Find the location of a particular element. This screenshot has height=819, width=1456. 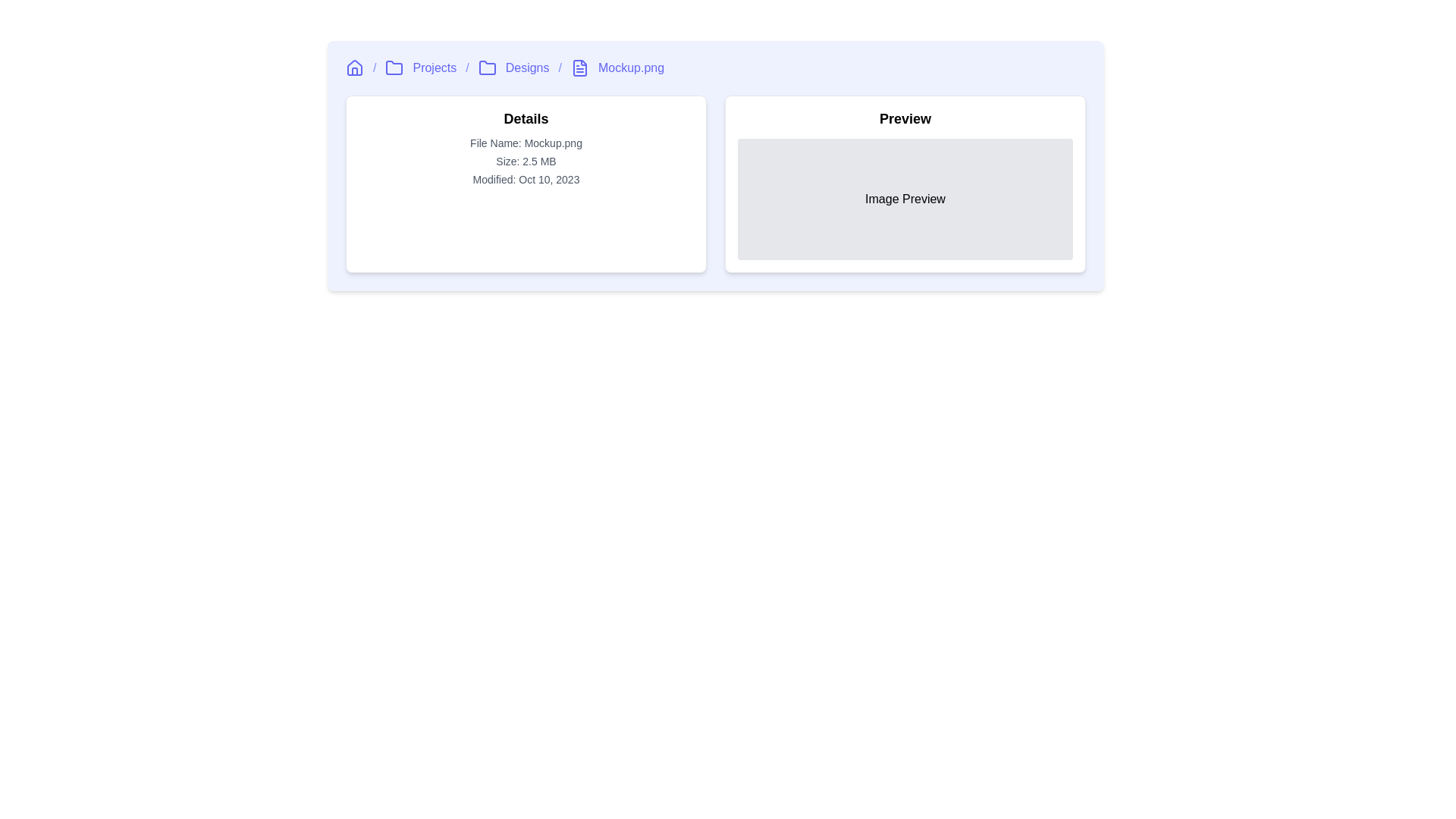

the home icon in the breadcrumb navigation bar at the top-left corner is located at coordinates (353, 66).